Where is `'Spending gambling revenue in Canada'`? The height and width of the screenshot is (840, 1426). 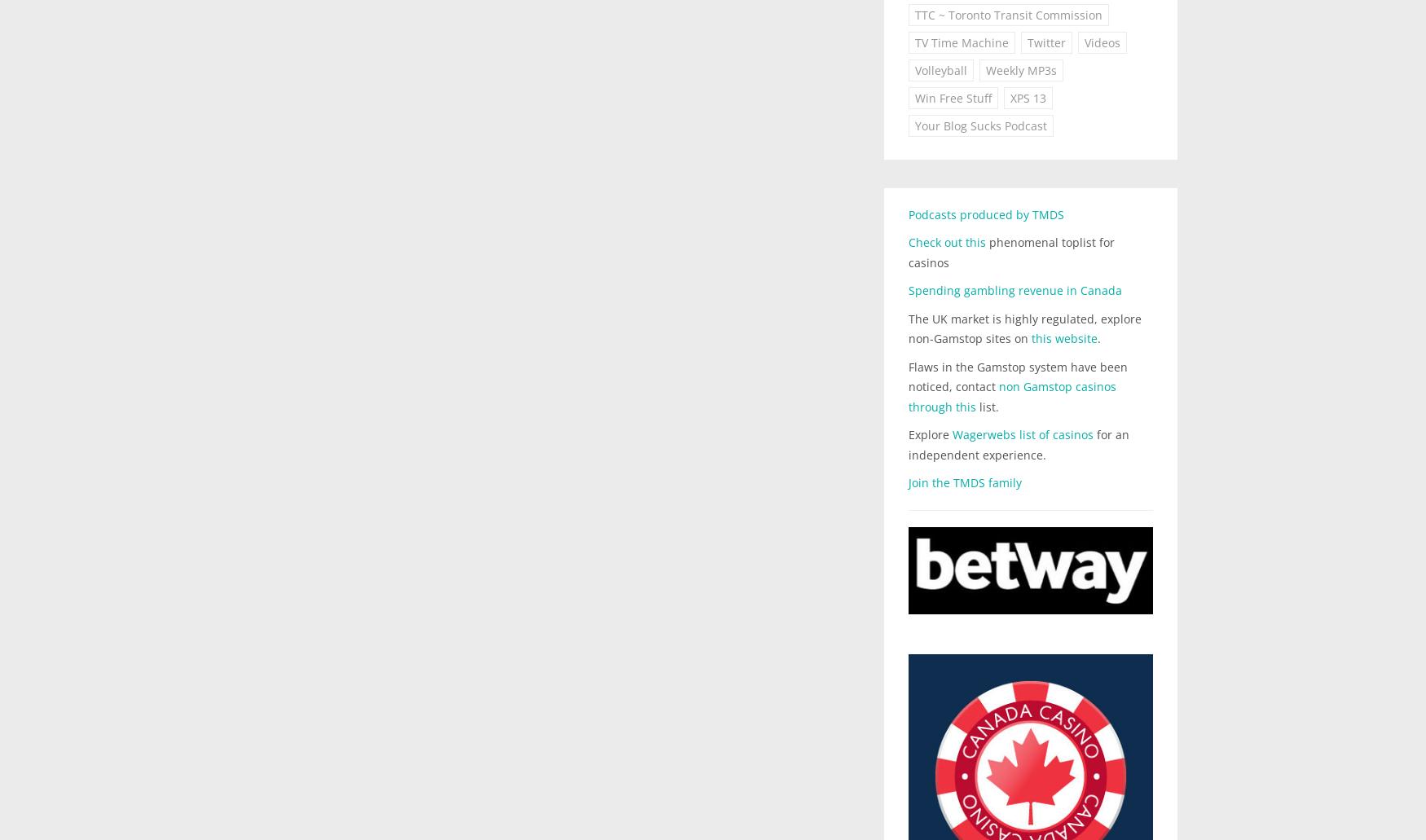
'Spending gambling revenue in Canada' is located at coordinates (1015, 289).